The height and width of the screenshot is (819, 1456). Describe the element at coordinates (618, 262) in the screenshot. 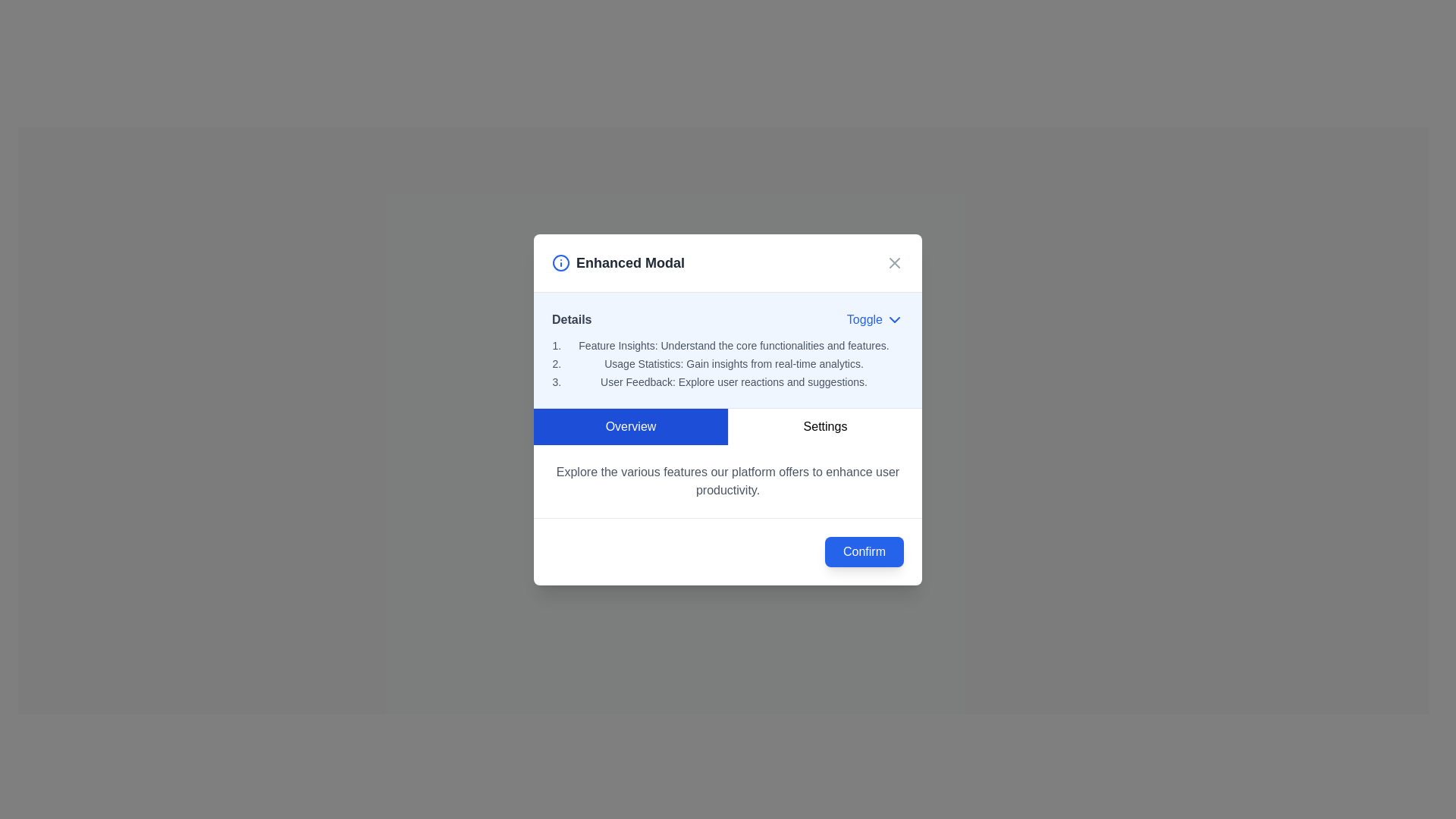

I see `title from the Text Label with Icon displaying 'Enhanced Modal', which is styled with bold font and dark gray color, located in the top bar of the modal window` at that location.